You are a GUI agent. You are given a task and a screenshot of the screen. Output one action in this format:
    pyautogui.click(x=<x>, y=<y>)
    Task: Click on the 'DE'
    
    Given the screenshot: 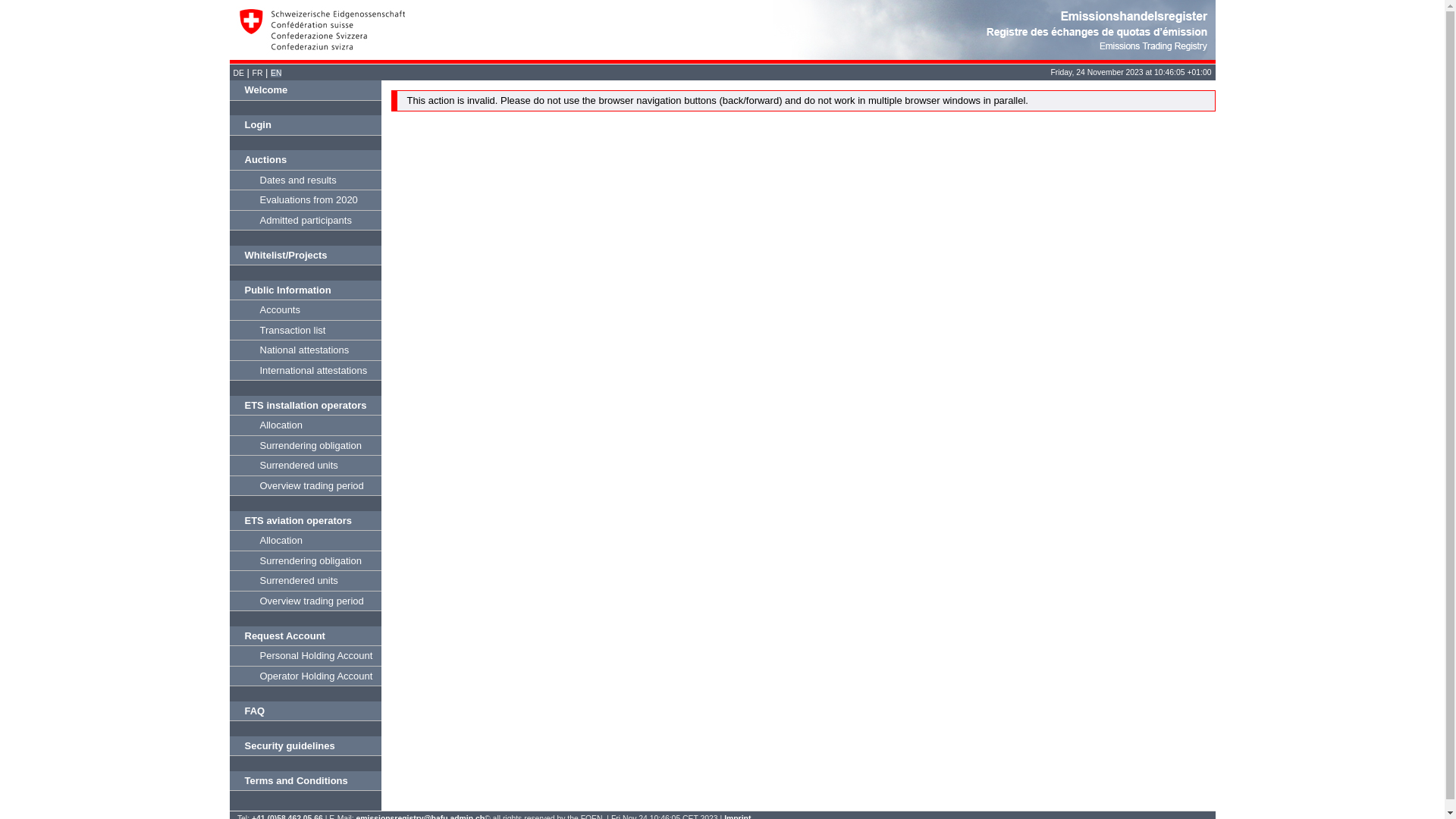 What is the action you would take?
    pyautogui.click(x=232, y=73)
    